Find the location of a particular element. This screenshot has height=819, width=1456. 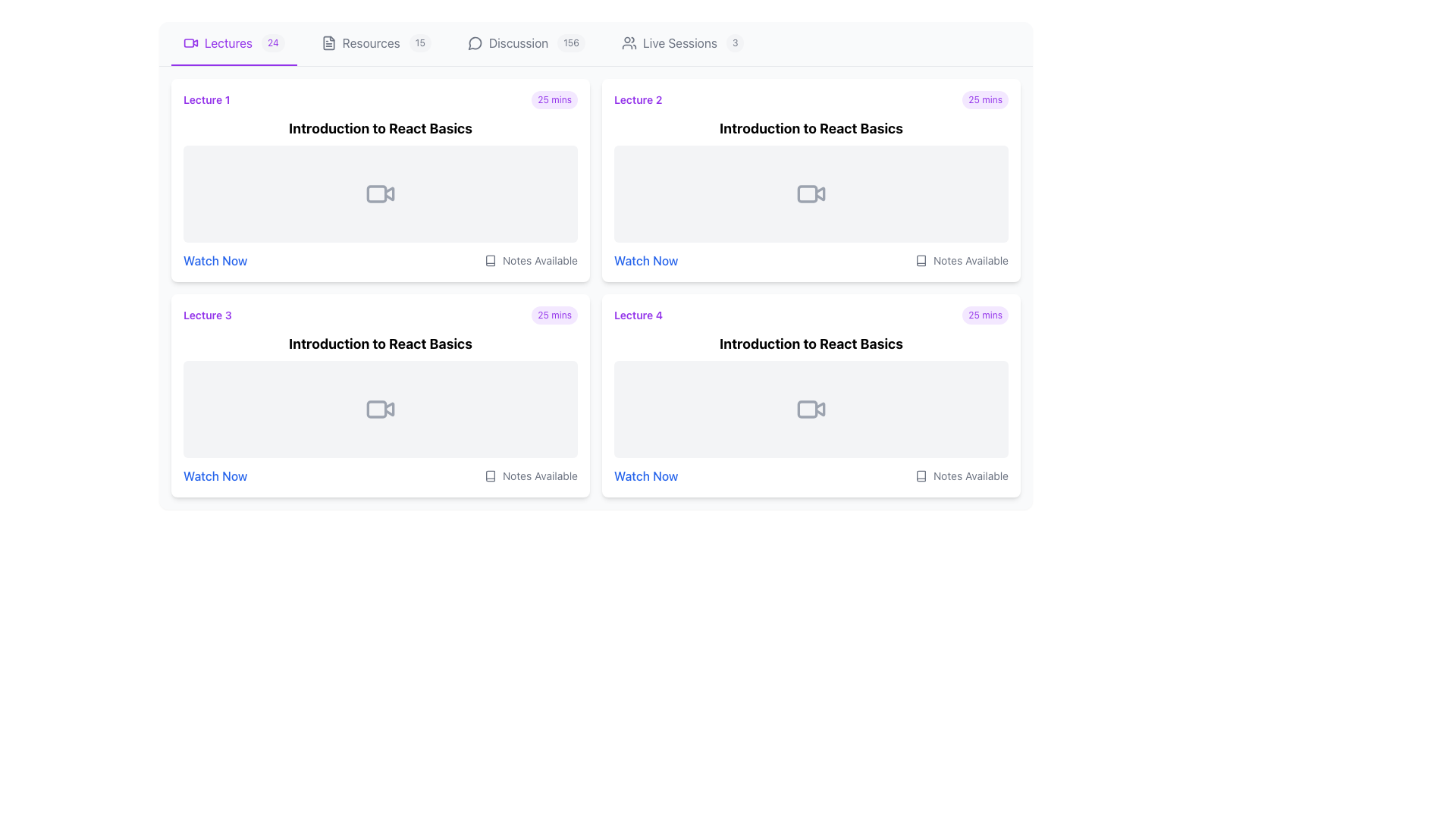

the small document icon with a gray outline and three horizontal lines, located in the navigation bar next to the text label 'Resources' is located at coordinates (328, 42).